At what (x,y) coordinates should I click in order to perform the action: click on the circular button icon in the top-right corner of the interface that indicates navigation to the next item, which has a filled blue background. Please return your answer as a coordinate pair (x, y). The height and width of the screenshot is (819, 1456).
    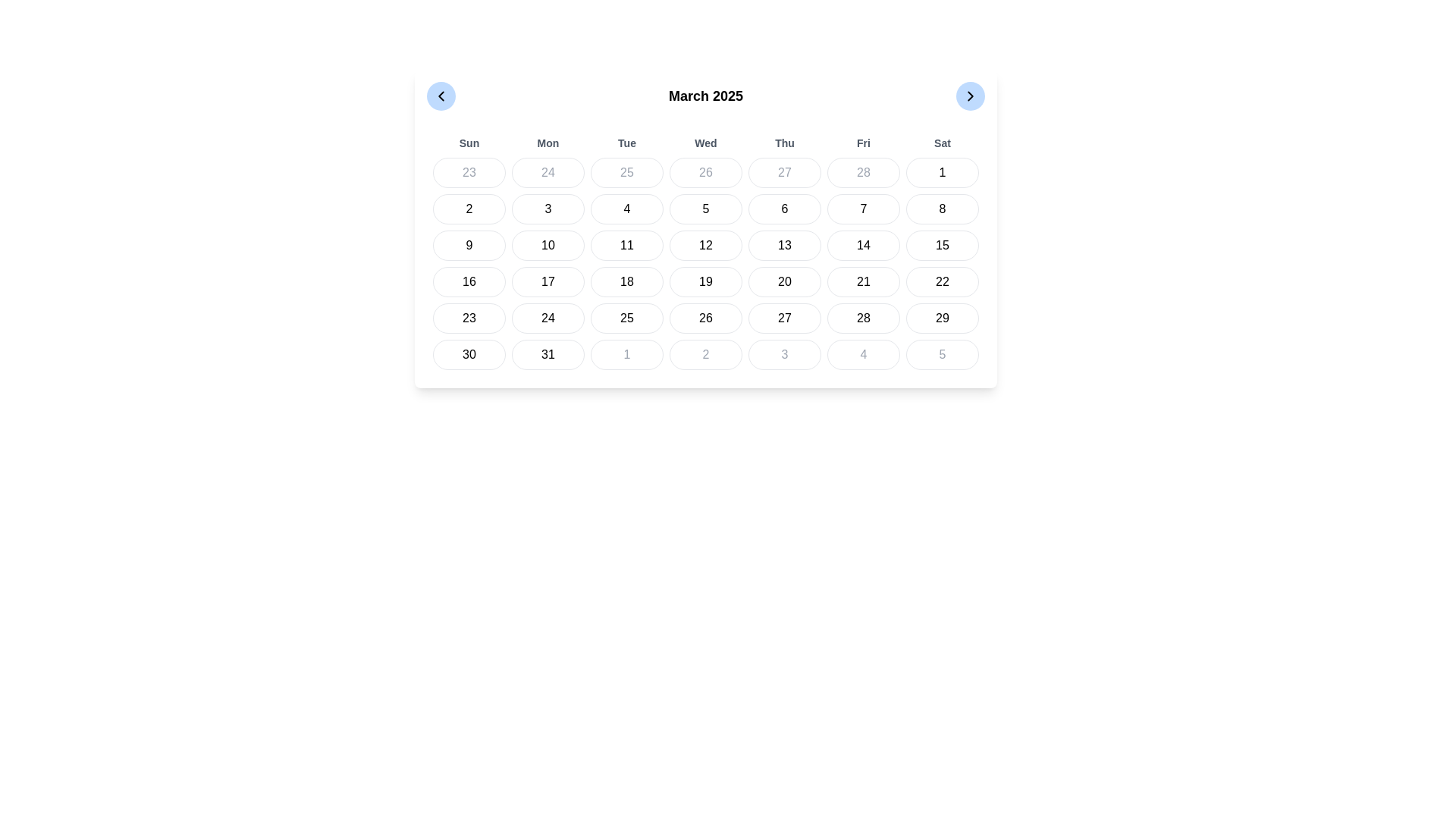
    Looking at the image, I should click on (971, 96).